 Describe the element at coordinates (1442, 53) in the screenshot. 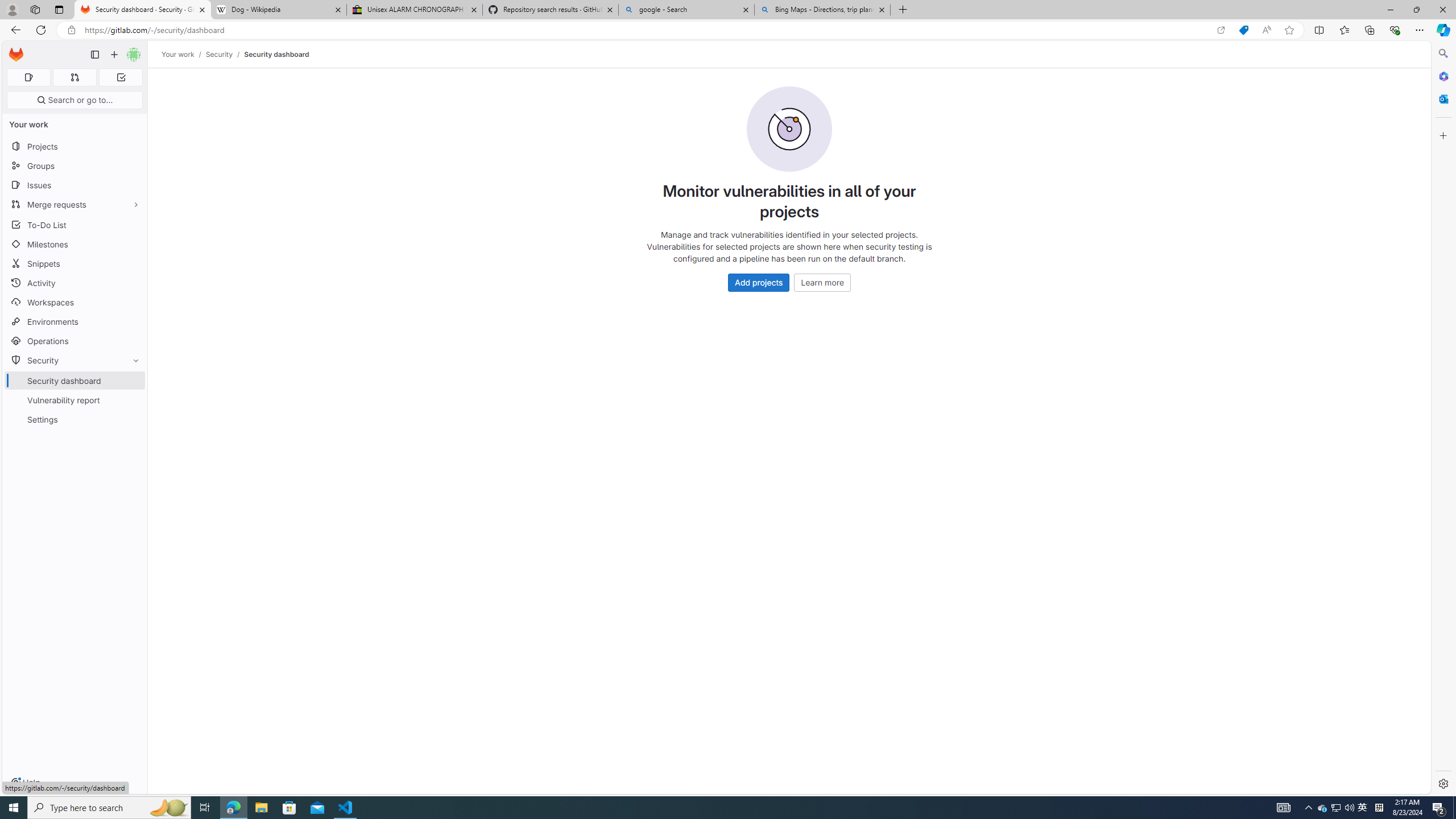

I see `'Search'` at that location.